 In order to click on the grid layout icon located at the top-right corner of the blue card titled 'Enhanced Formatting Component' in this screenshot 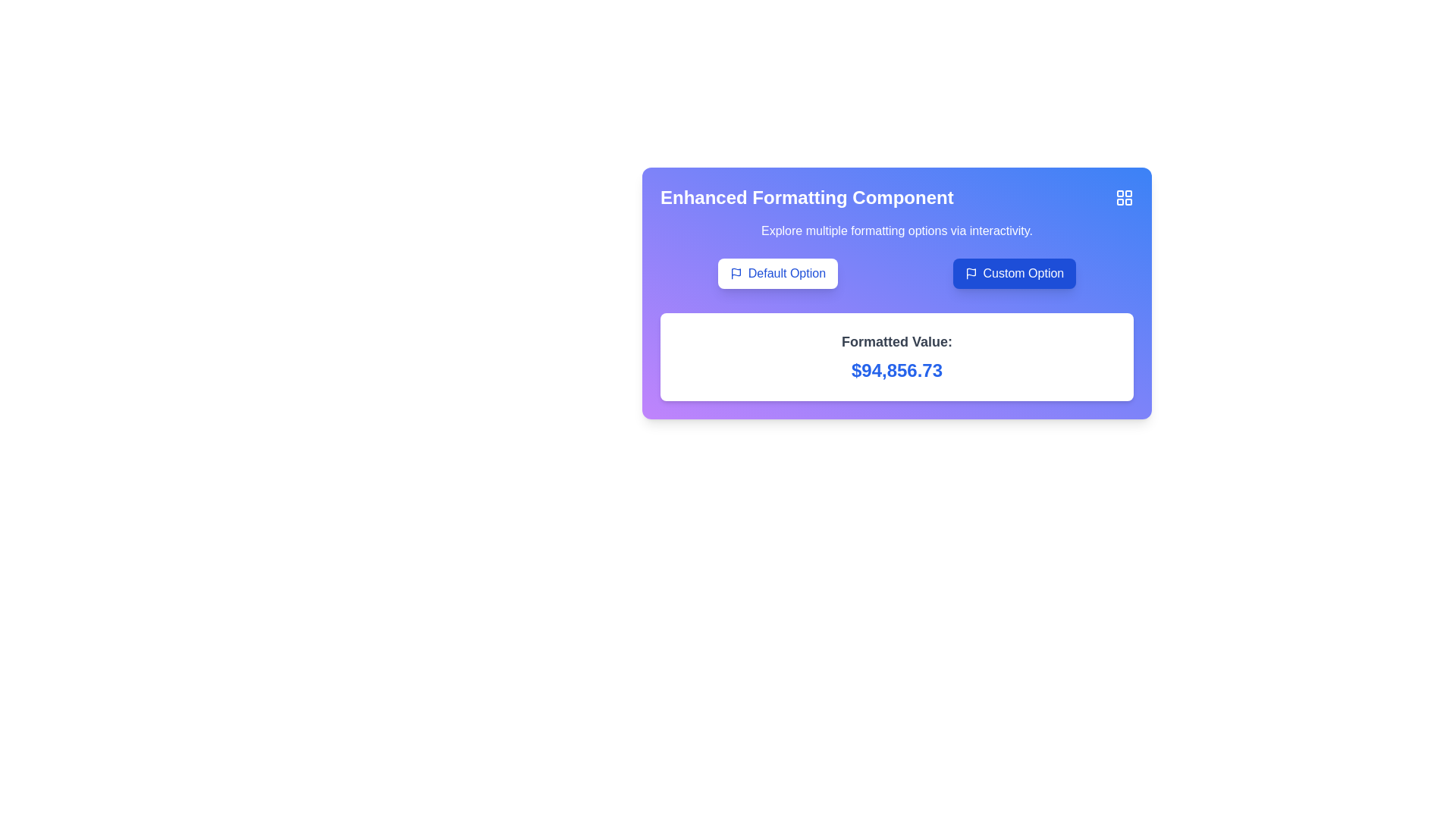, I will do `click(1125, 197)`.